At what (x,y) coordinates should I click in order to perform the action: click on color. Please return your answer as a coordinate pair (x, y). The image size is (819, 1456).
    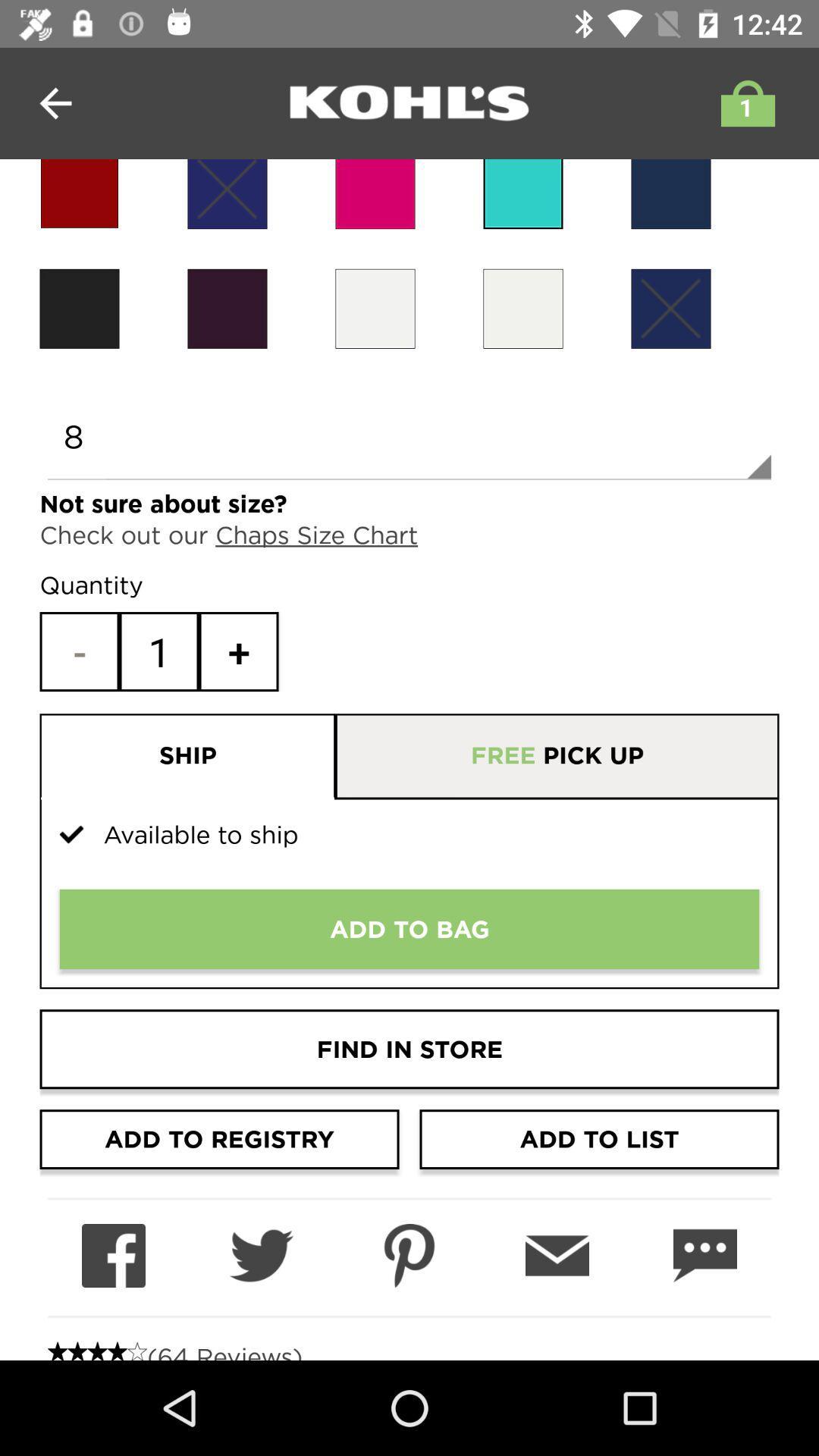
    Looking at the image, I should click on (522, 193).